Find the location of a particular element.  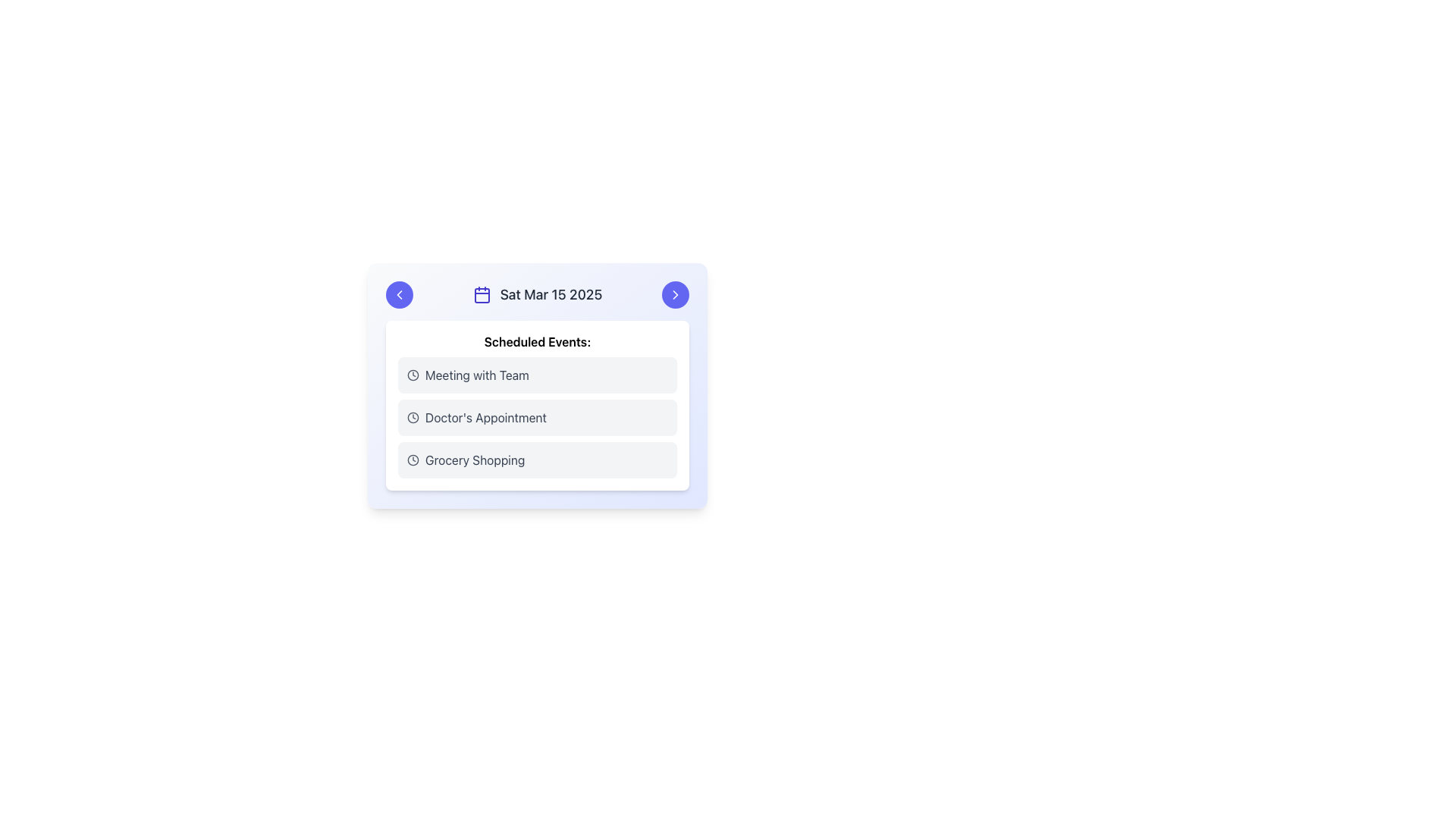

the 'Grocery Shopping' text label, which is styled in dark gray and located in the lower section of the 'Scheduled Events' list, specifically at the third position is located at coordinates (474, 459).